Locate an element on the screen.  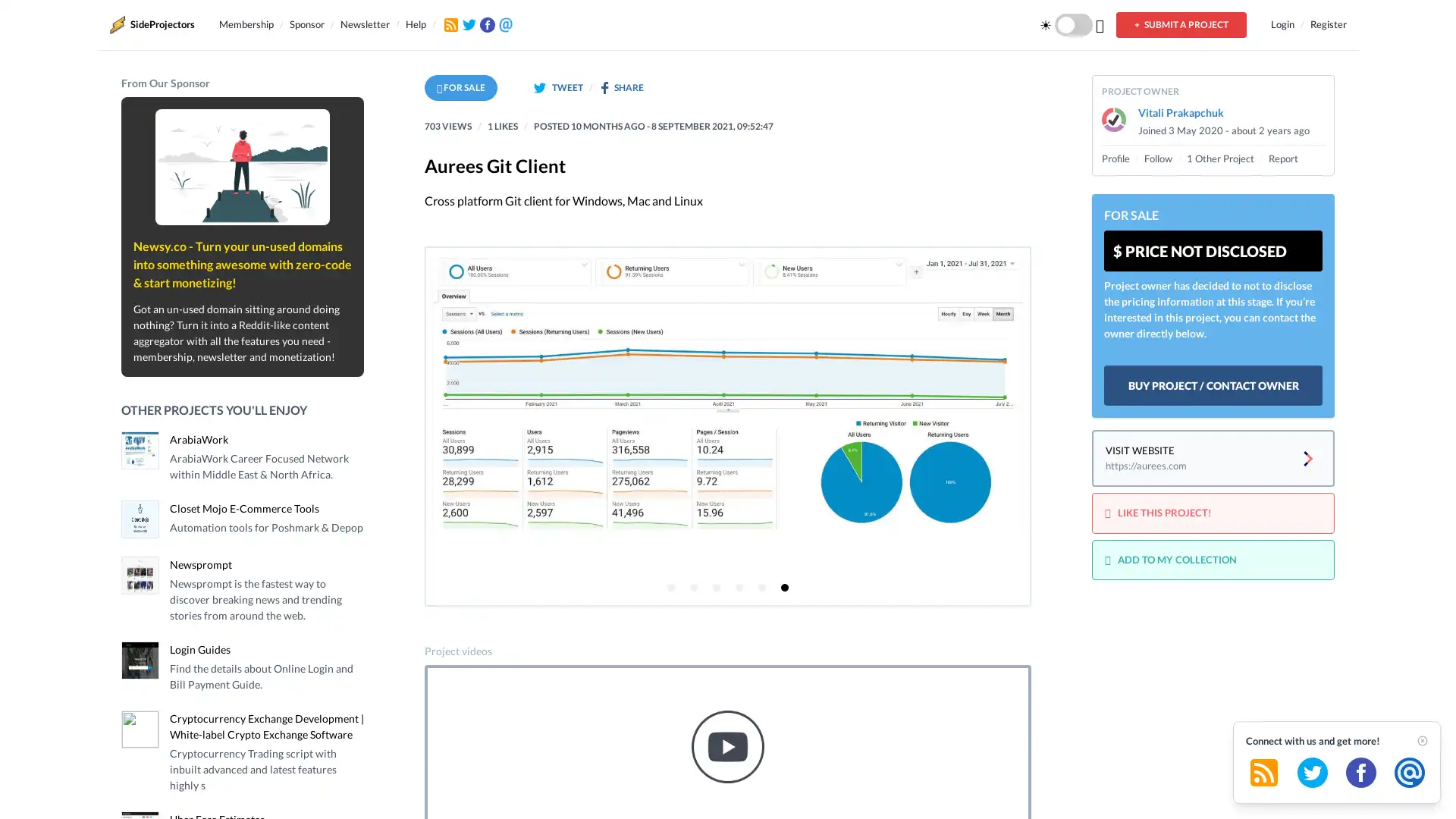
LIKE THIS PROJECT! is located at coordinates (1212, 512).